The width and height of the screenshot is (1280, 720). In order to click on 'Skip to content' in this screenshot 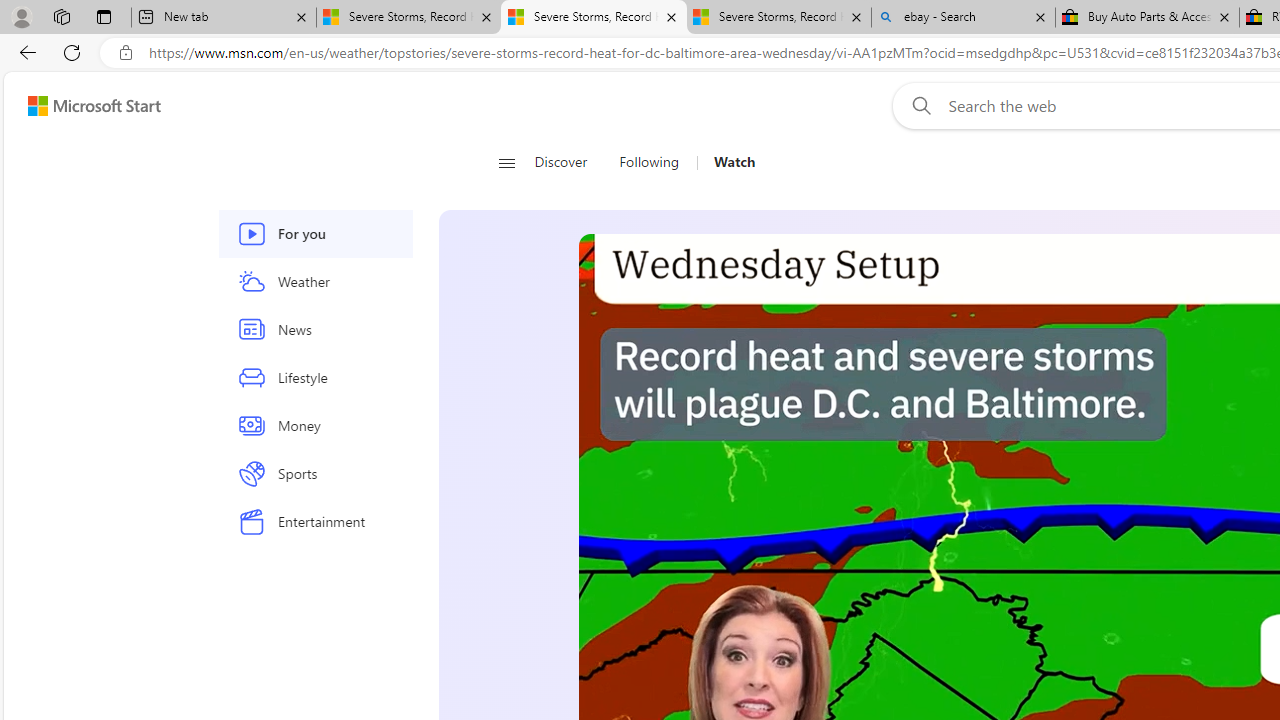, I will do `click(86, 105)`.